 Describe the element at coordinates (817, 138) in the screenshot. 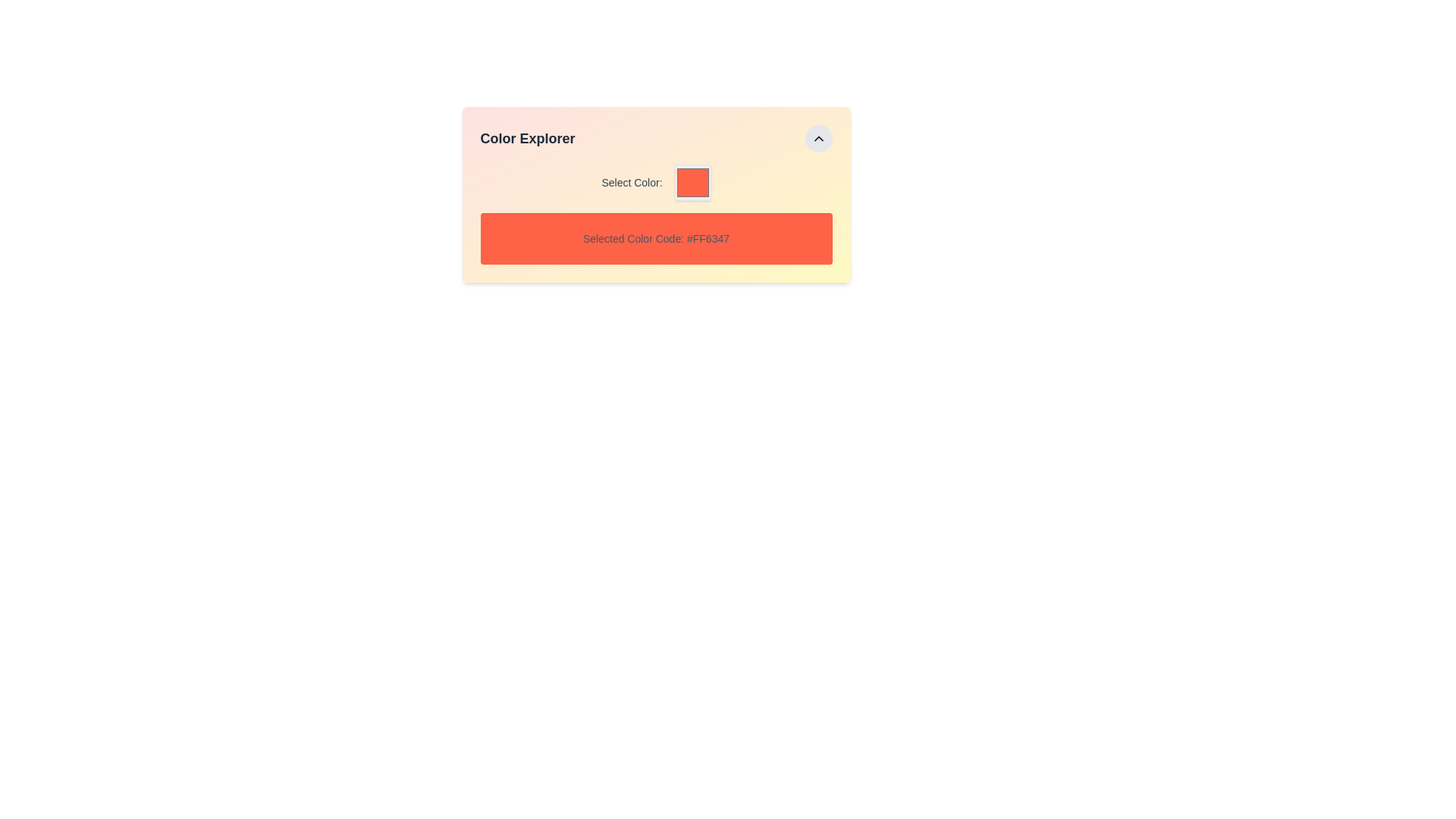

I see `the compact upward-pointing chevron icon with a thin black outline, located within a circular gray button to the right of the 'Color Explorer' card` at that location.